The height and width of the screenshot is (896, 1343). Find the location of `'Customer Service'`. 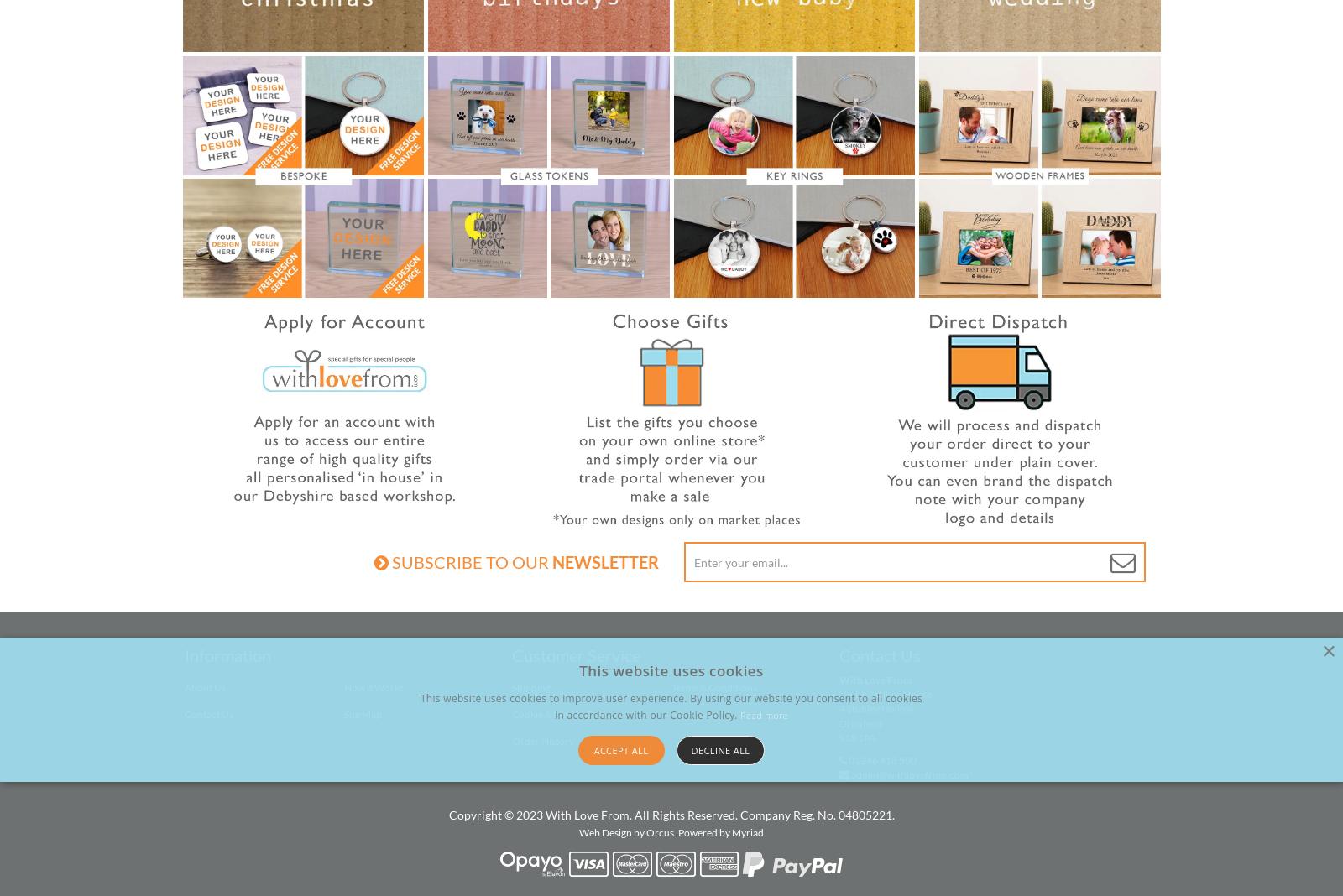

'Customer Service' is located at coordinates (576, 655).